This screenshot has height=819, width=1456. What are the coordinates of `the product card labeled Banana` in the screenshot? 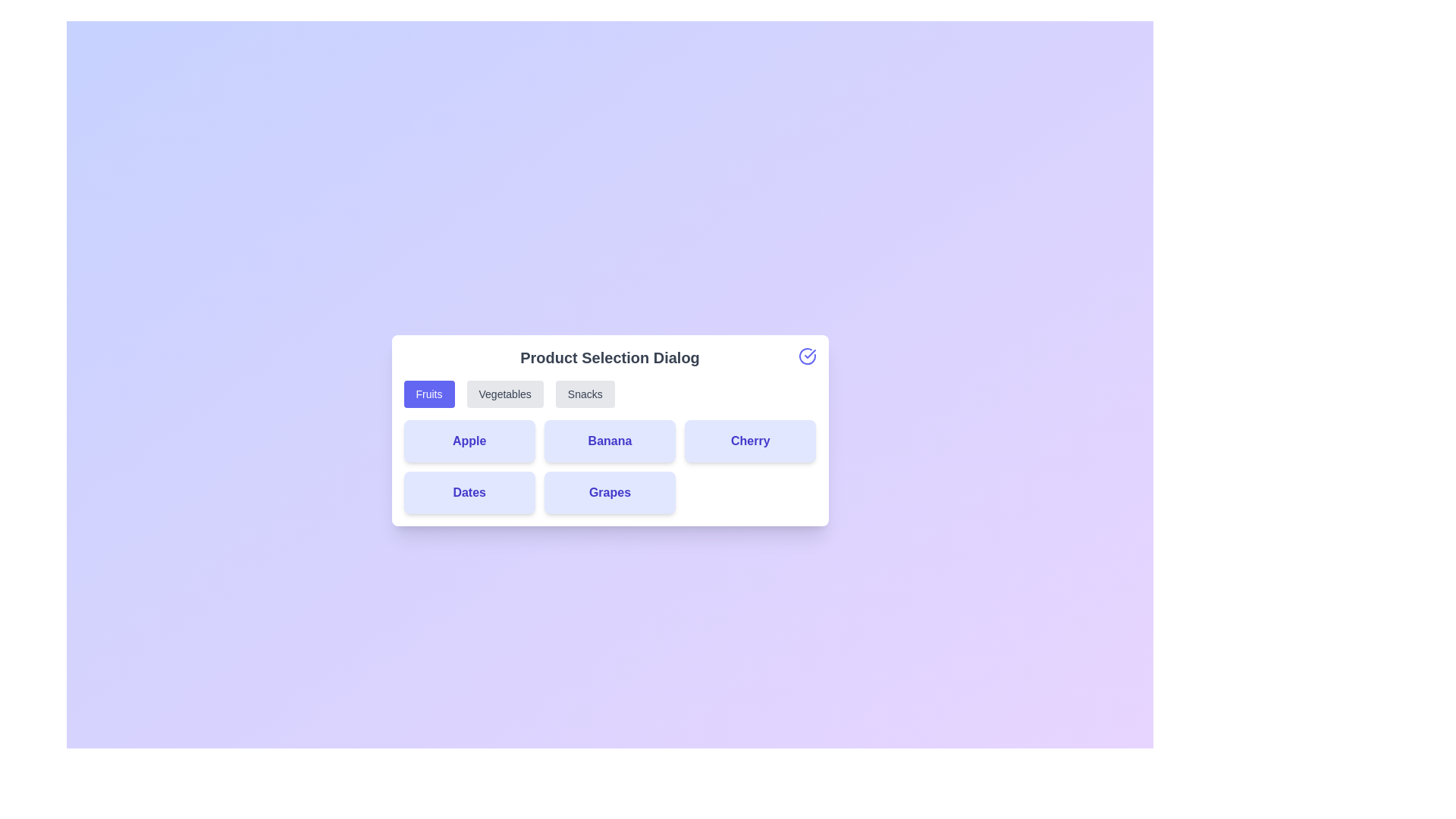 It's located at (610, 441).